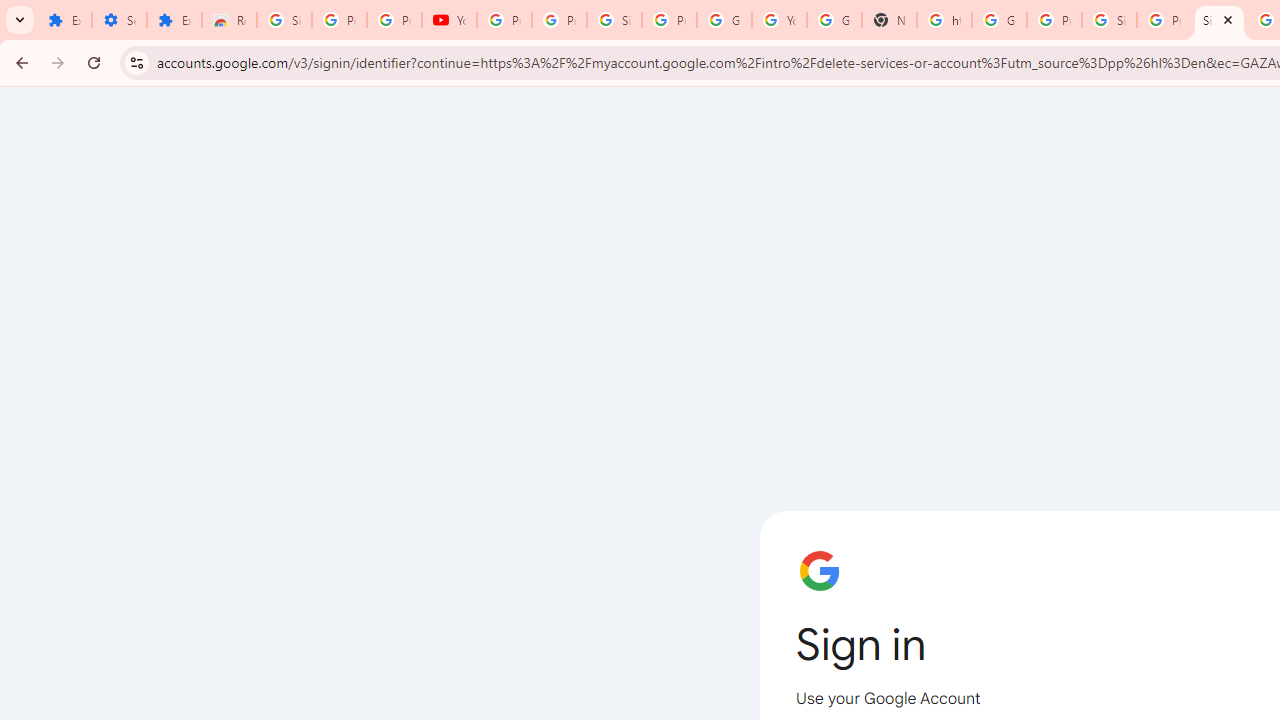 The image size is (1280, 720). Describe the element at coordinates (229, 20) in the screenshot. I see `'Reviews: Helix Fruit Jump Arcade Game'` at that location.